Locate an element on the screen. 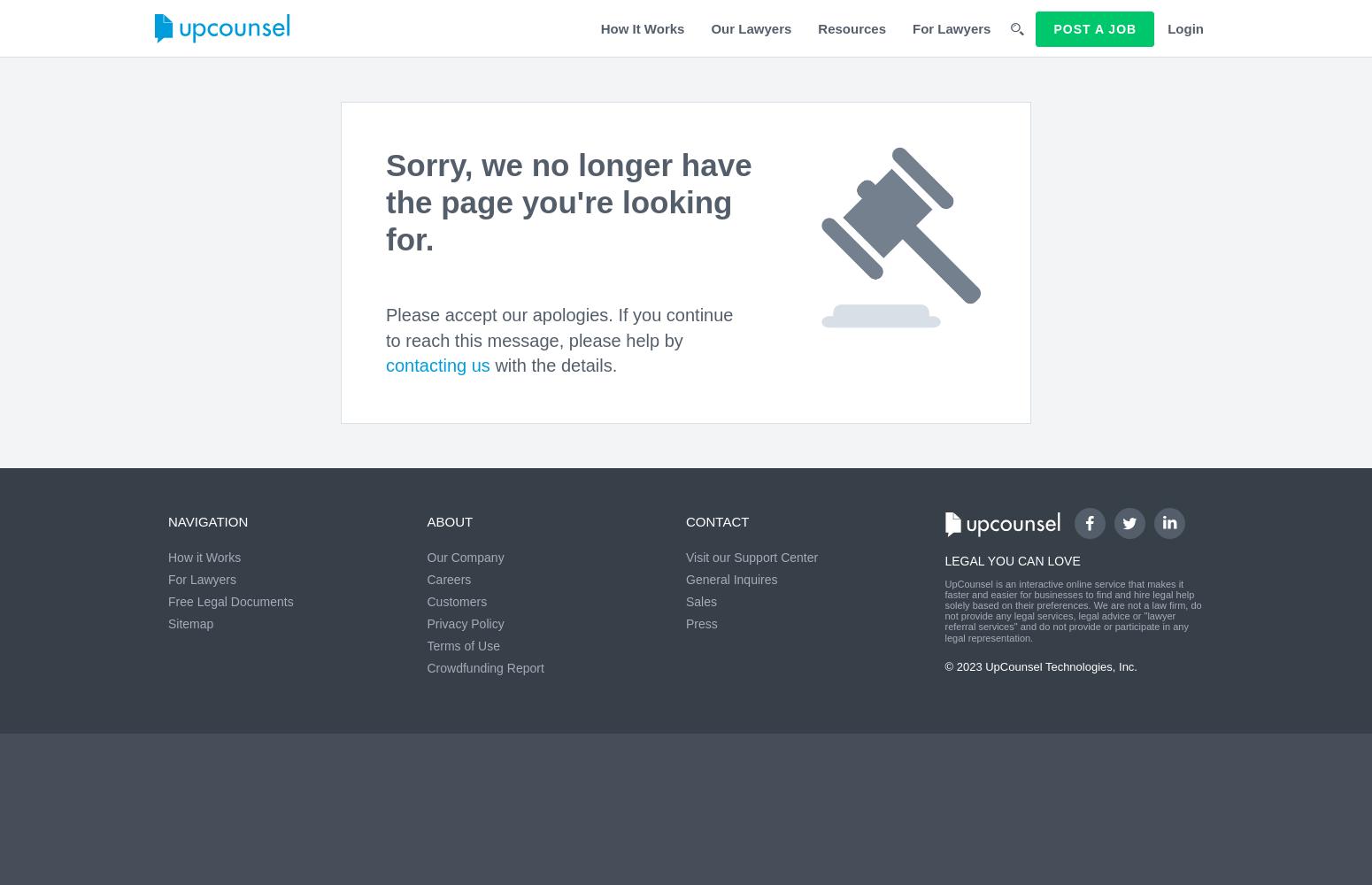 This screenshot has height=885, width=1372. 'Visit our Support Center' is located at coordinates (751, 558).